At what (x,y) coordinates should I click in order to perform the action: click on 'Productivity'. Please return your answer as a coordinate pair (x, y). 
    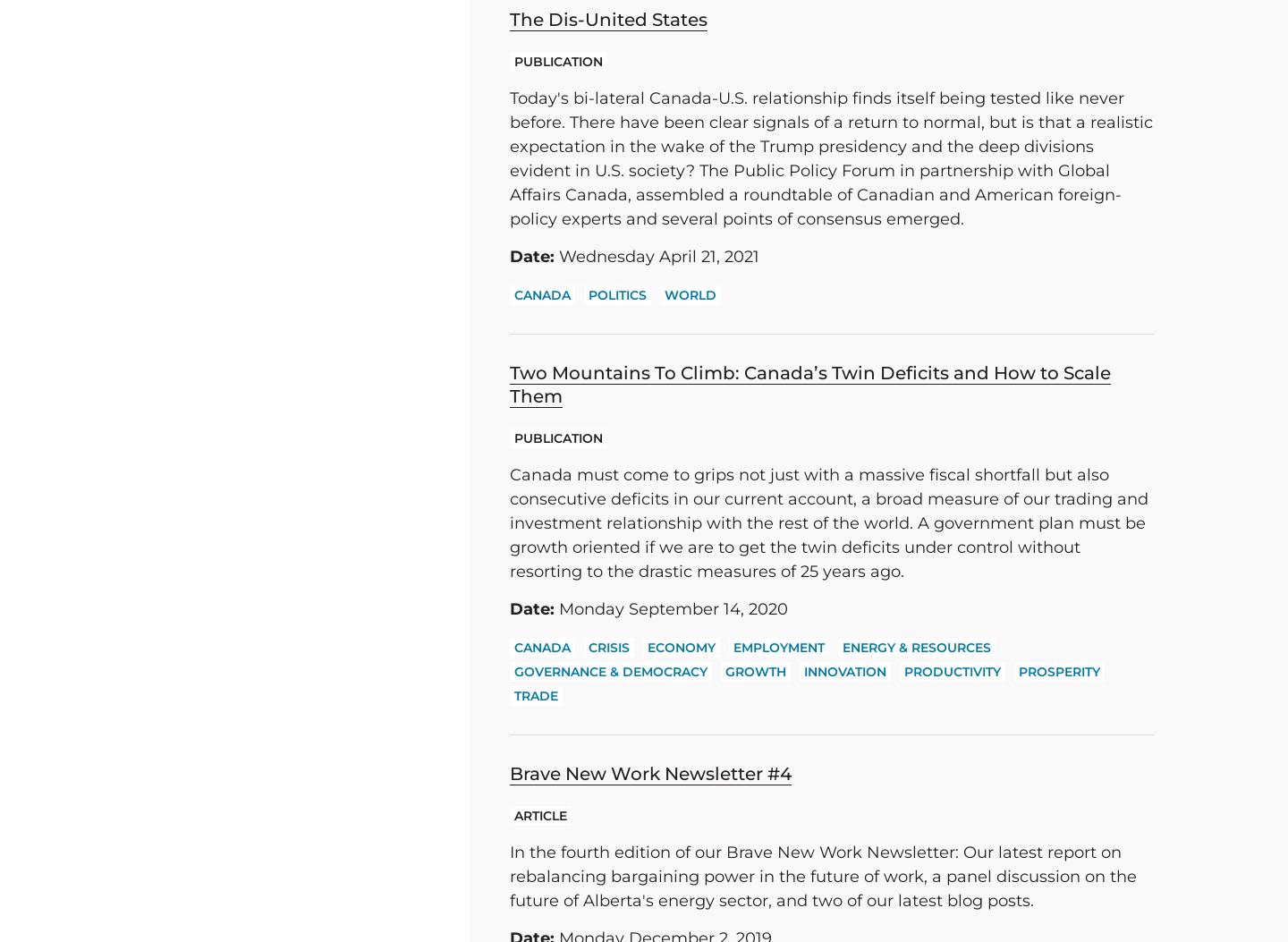
    Looking at the image, I should click on (953, 670).